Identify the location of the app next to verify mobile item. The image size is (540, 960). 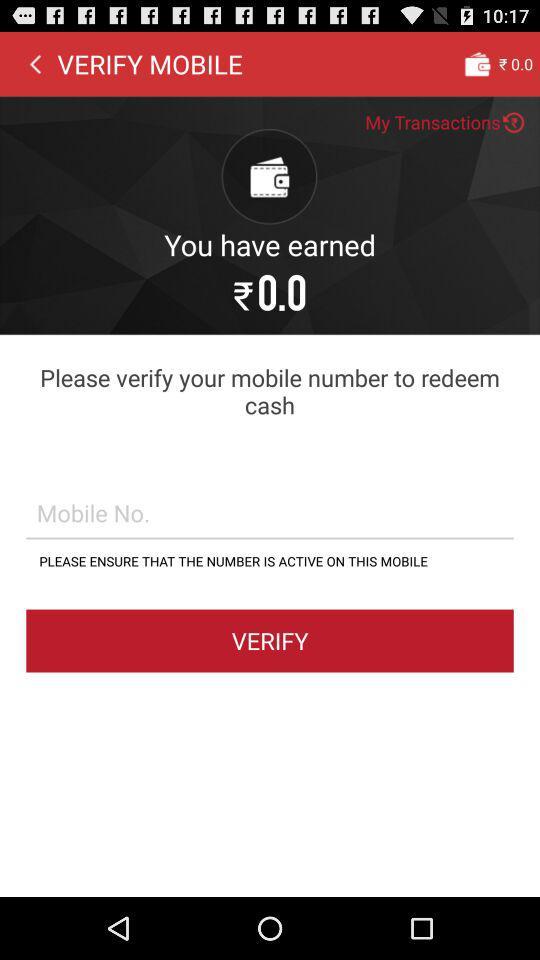
(476, 63).